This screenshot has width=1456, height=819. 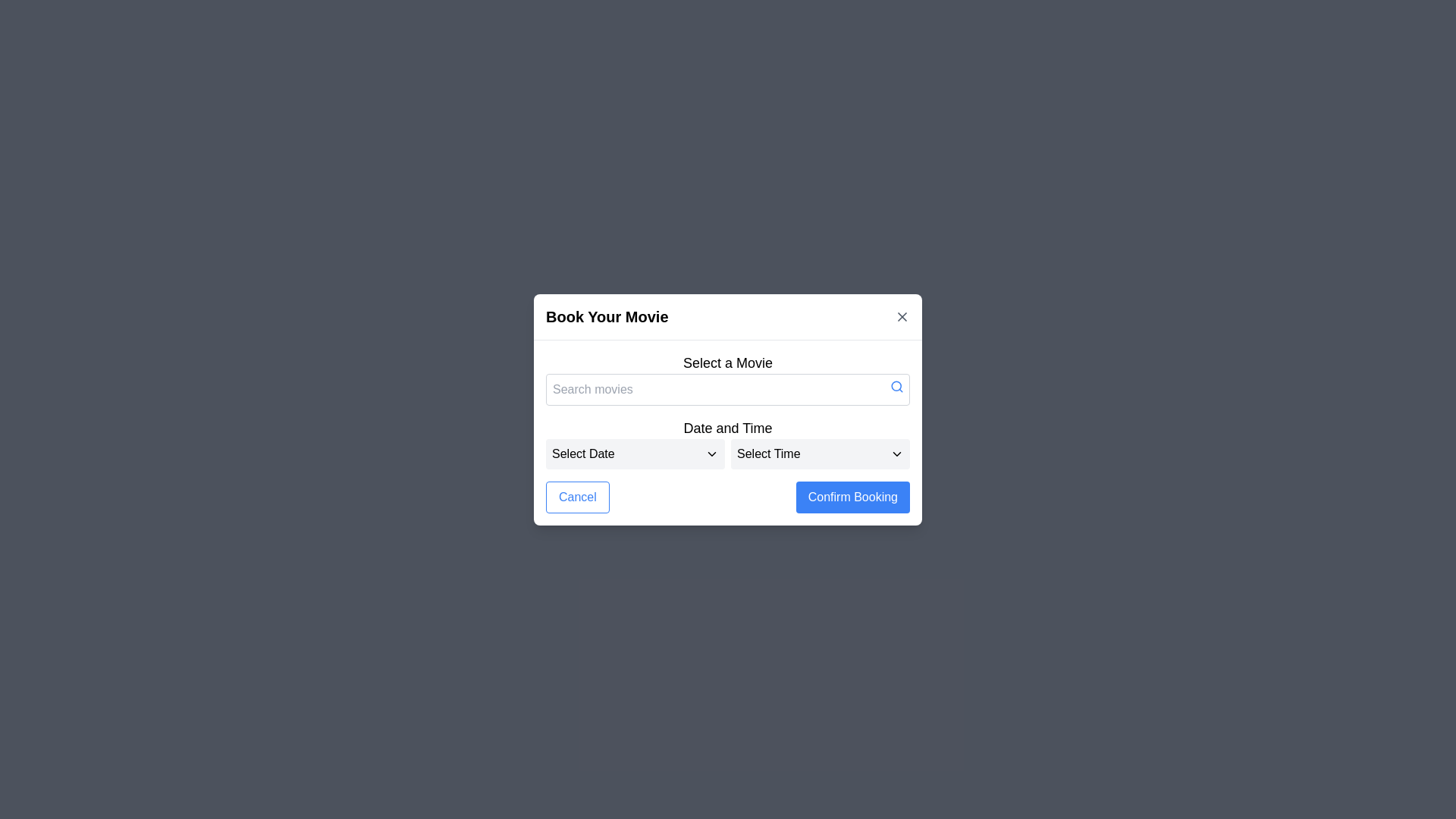 I want to click on the Dropdown group containing interactive elements labeled 'Select Date' and 'Select Time' to focus on it, so click(x=728, y=452).